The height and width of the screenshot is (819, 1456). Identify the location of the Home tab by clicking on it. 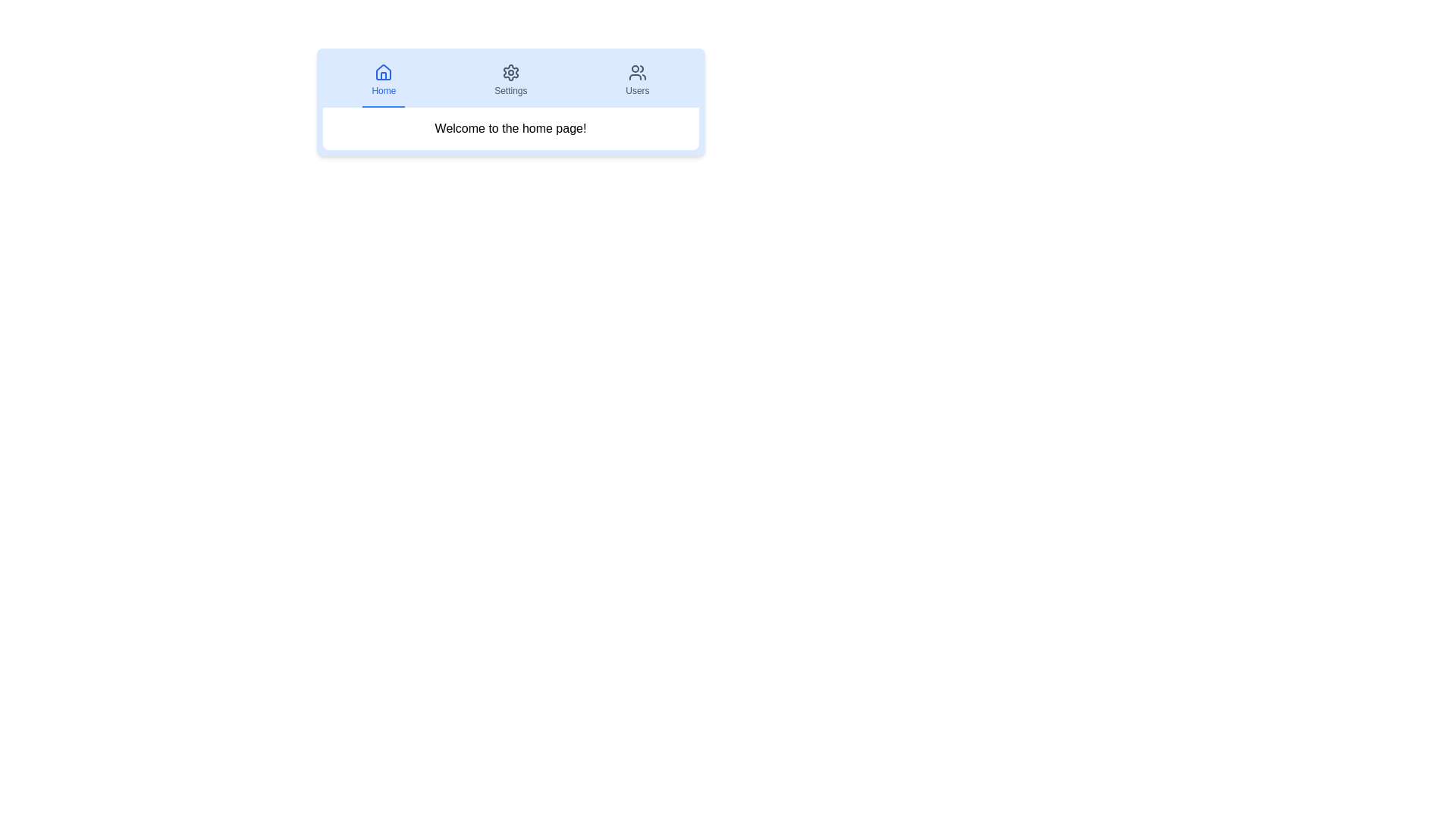
(383, 81).